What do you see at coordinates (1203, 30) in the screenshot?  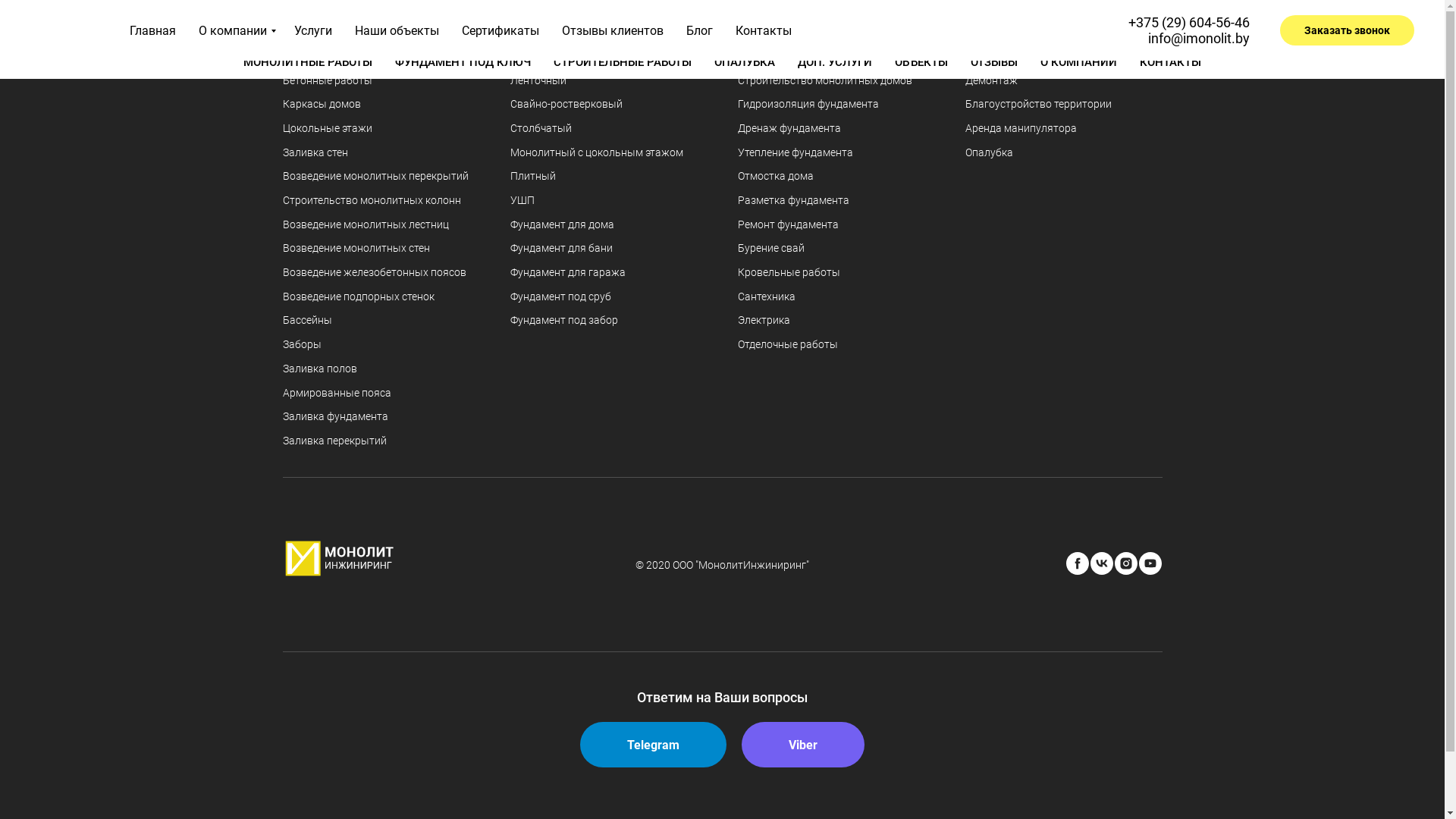 I see `'info@imonolit.by'` at bounding box center [1203, 30].